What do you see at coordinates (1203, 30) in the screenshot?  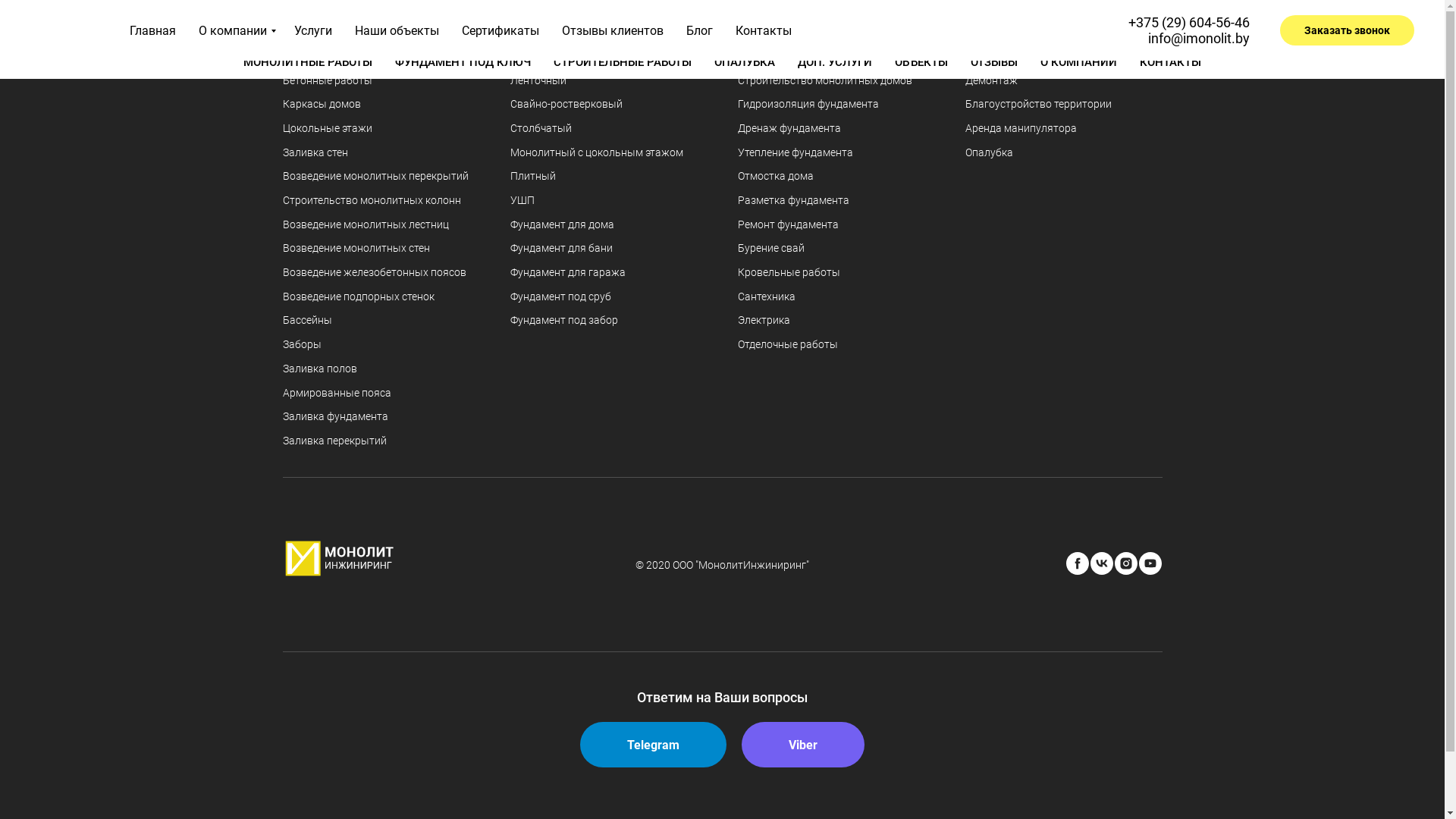 I see `'info@imonolit.by'` at bounding box center [1203, 30].